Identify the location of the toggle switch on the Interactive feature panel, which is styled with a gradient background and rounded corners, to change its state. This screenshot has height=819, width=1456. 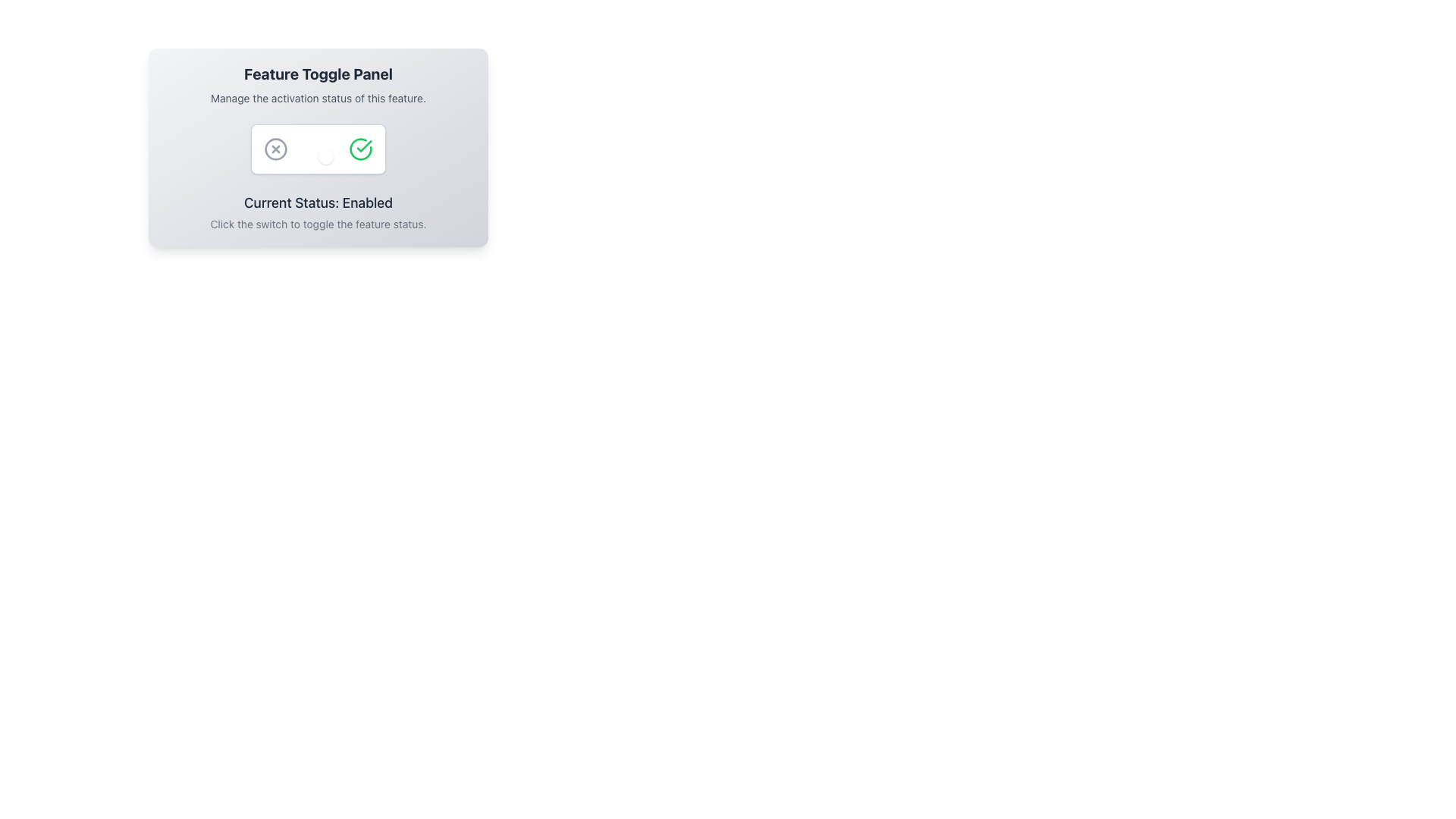
(318, 148).